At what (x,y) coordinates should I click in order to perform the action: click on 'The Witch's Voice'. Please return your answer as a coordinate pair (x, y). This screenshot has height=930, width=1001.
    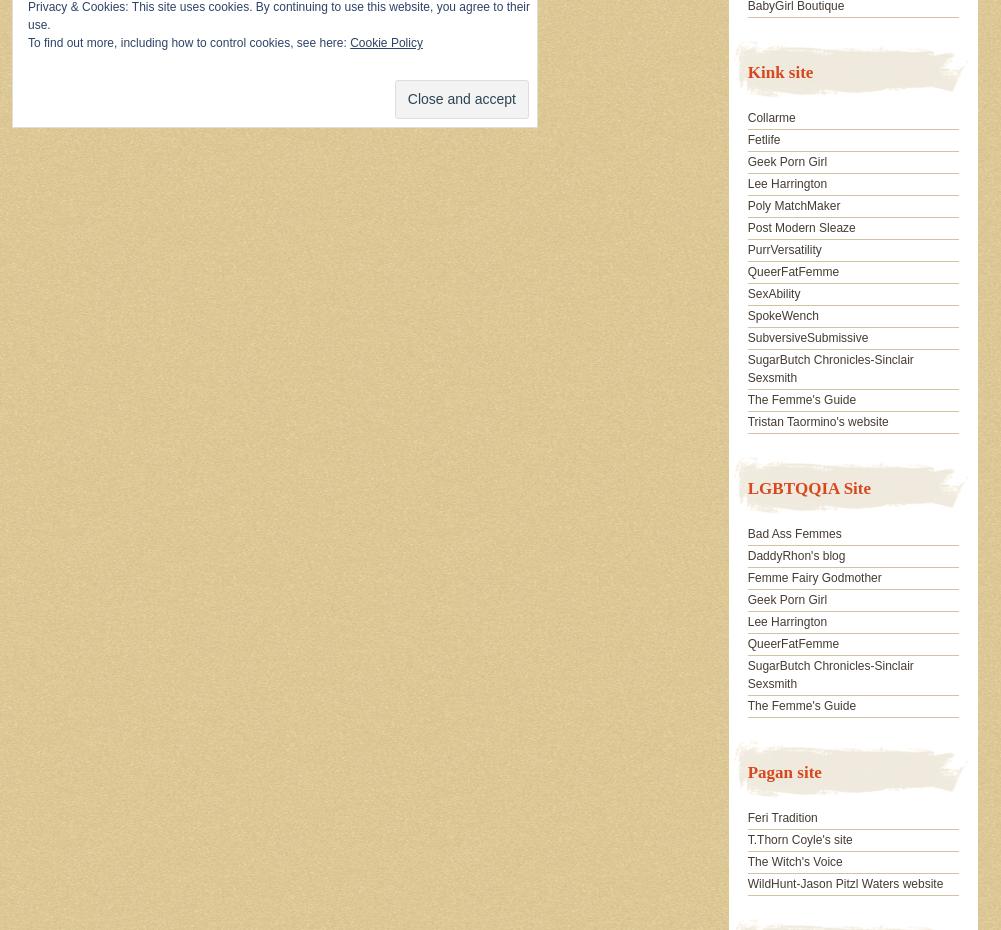
    Looking at the image, I should click on (747, 862).